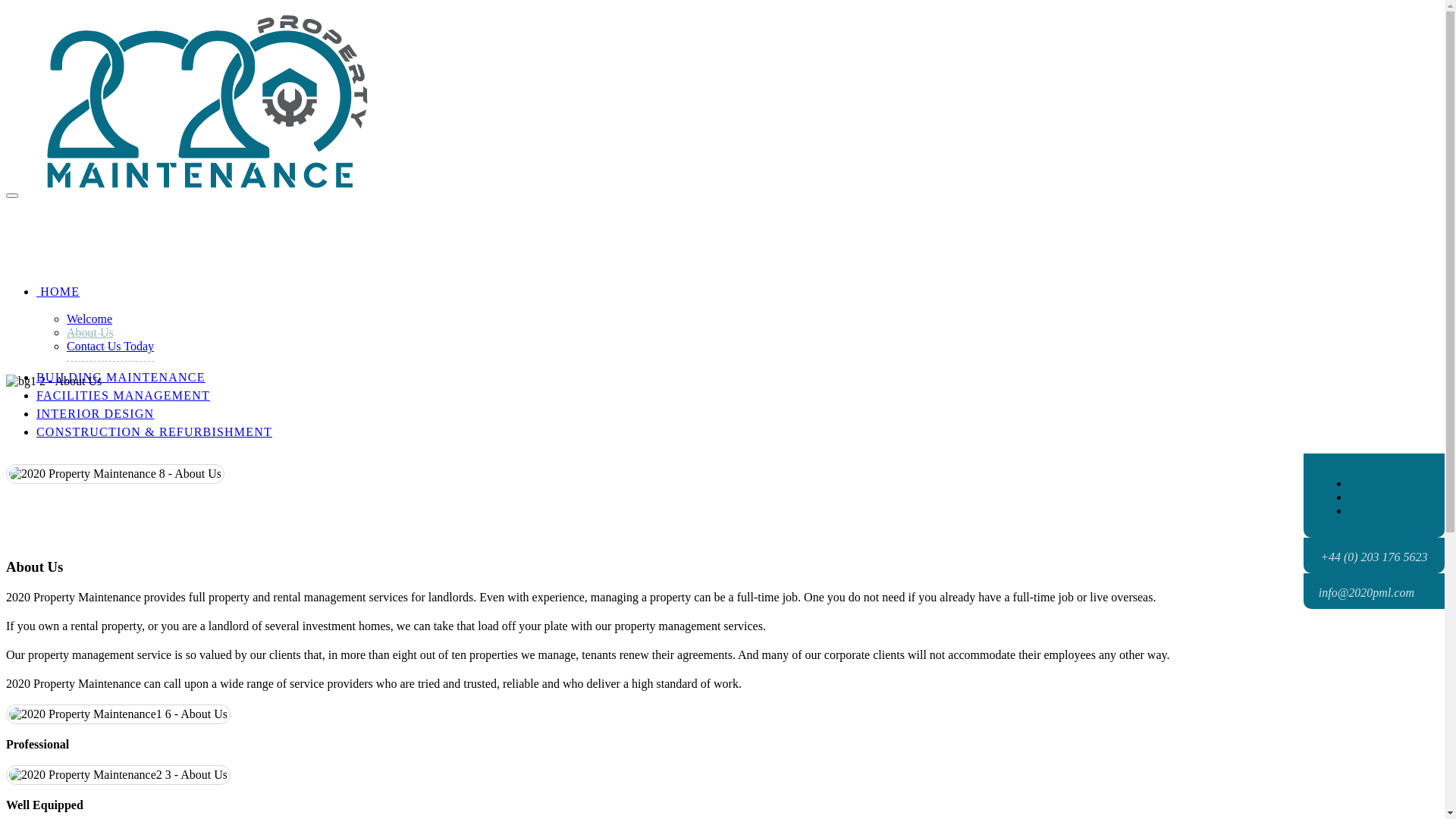 The image size is (1456, 819). What do you see at coordinates (115, 472) in the screenshot?
I see `'About Us'` at bounding box center [115, 472].